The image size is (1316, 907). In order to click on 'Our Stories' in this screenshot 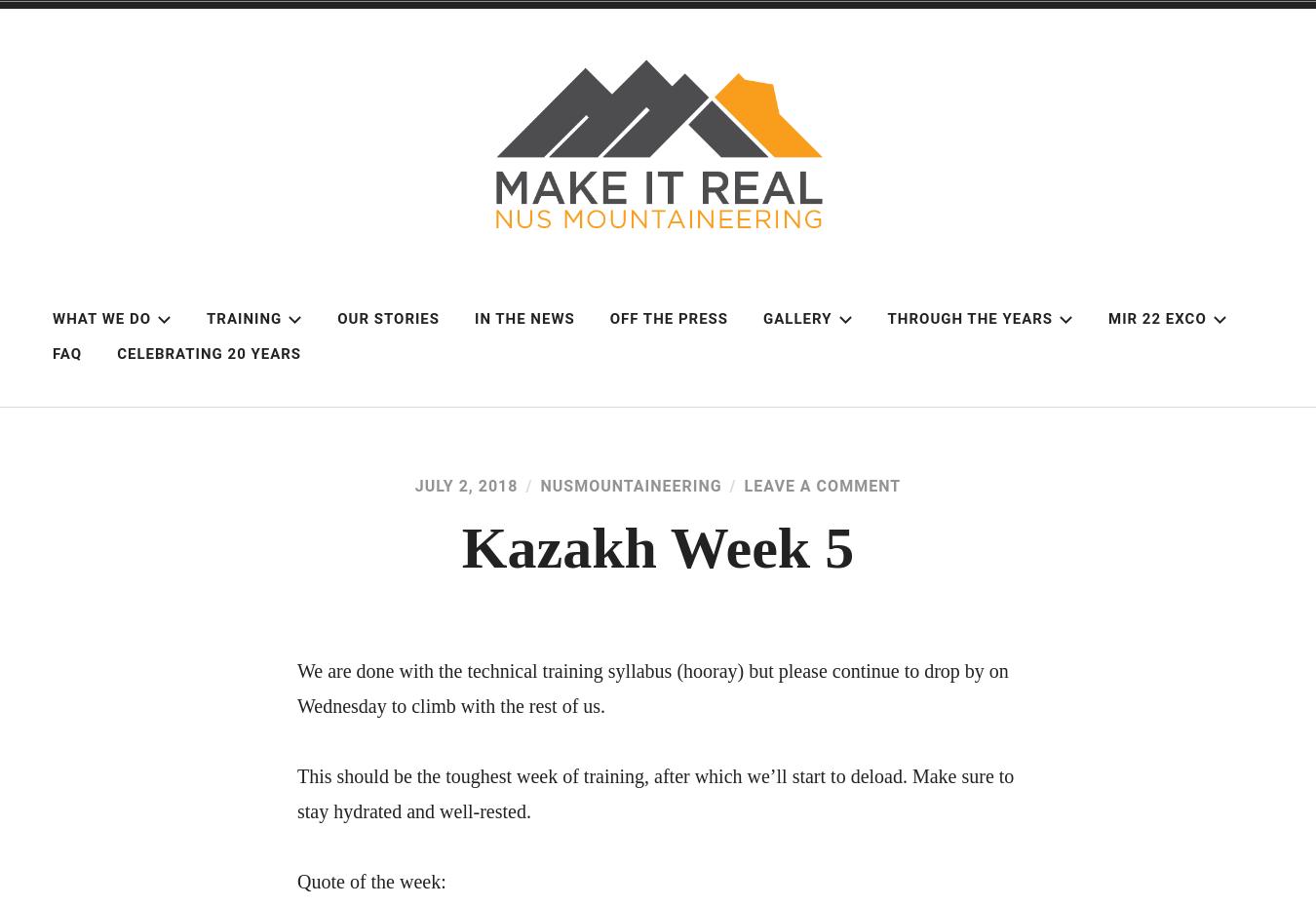, I will do `click(388, 317)`.